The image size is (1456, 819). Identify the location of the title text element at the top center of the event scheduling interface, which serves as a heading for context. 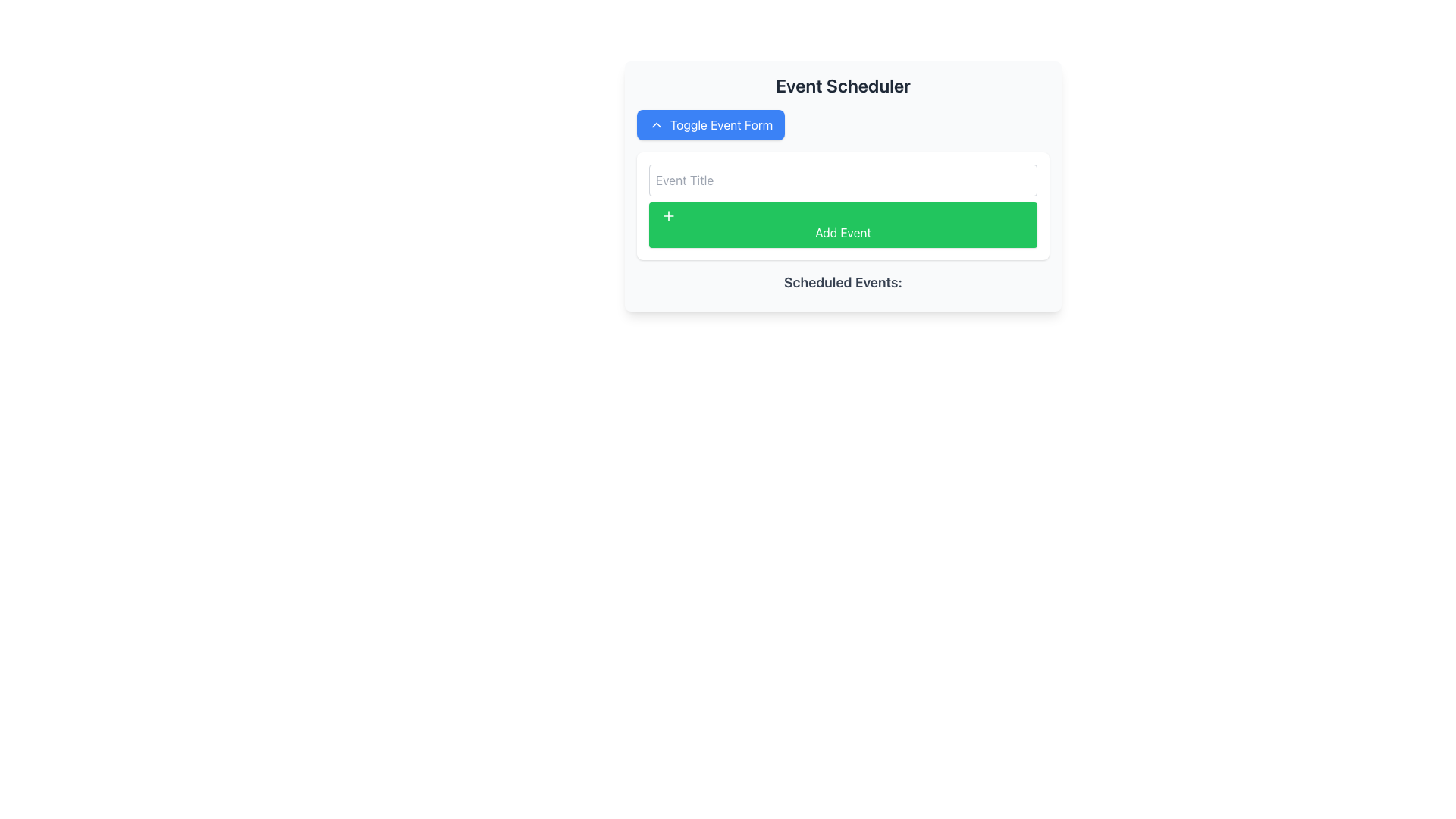
(843, 85).